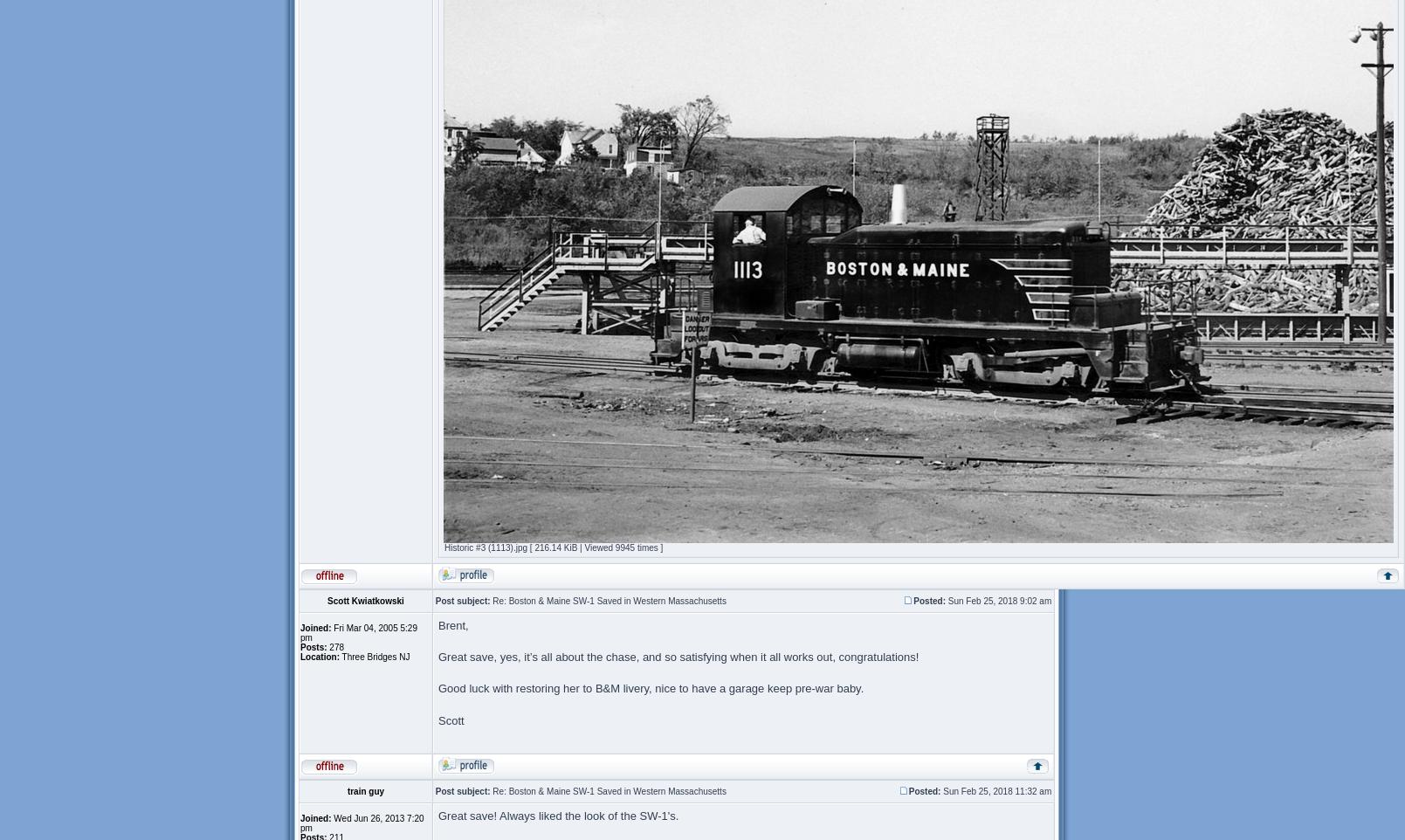 This screenshot has height=840, width=1405. Describe the element at coordinates (300, 646) in the screenshot. I see `'Posts:'` at that location.